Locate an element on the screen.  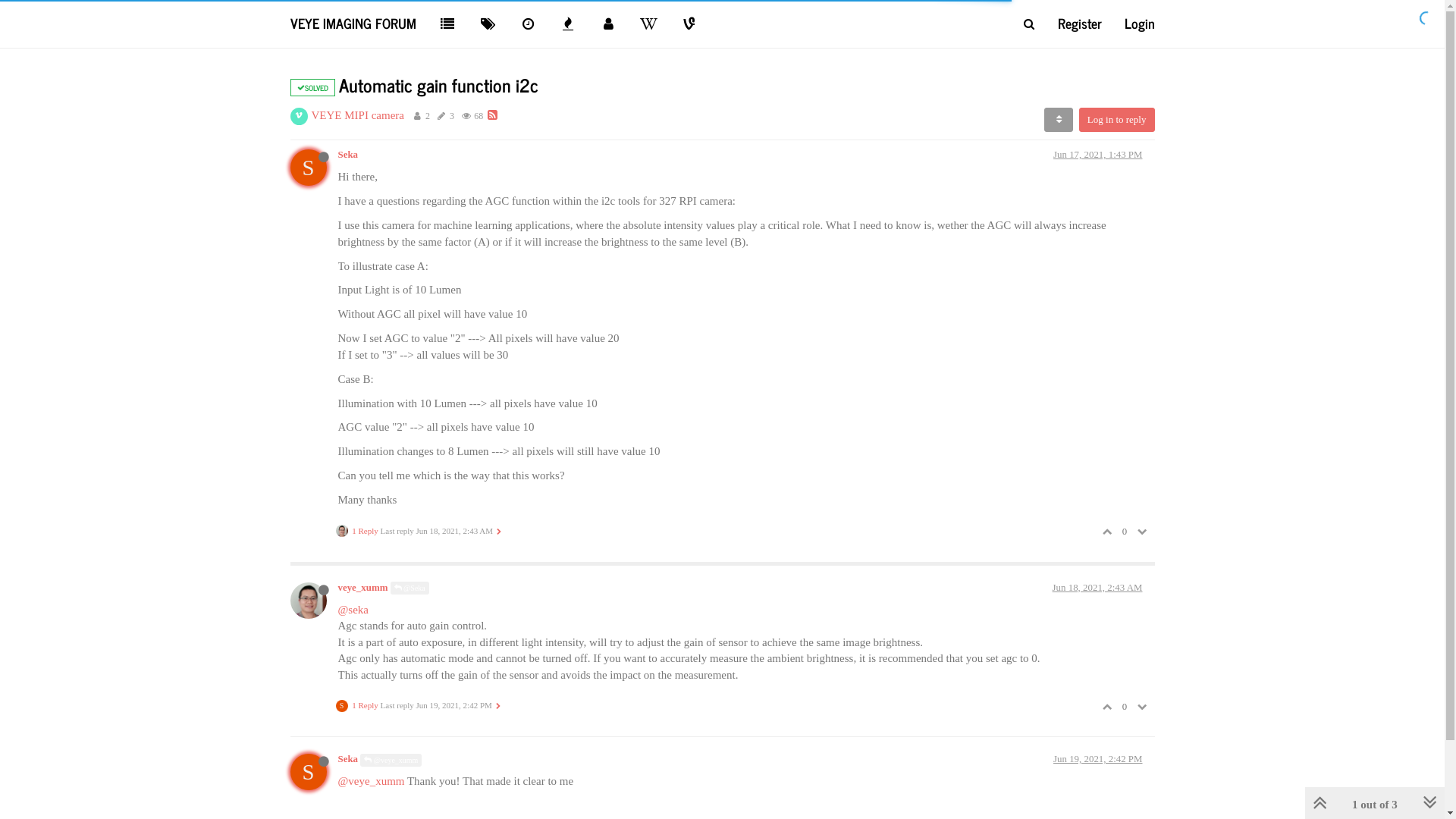
'@veye_xumm' is located at coordinates (391, 760).